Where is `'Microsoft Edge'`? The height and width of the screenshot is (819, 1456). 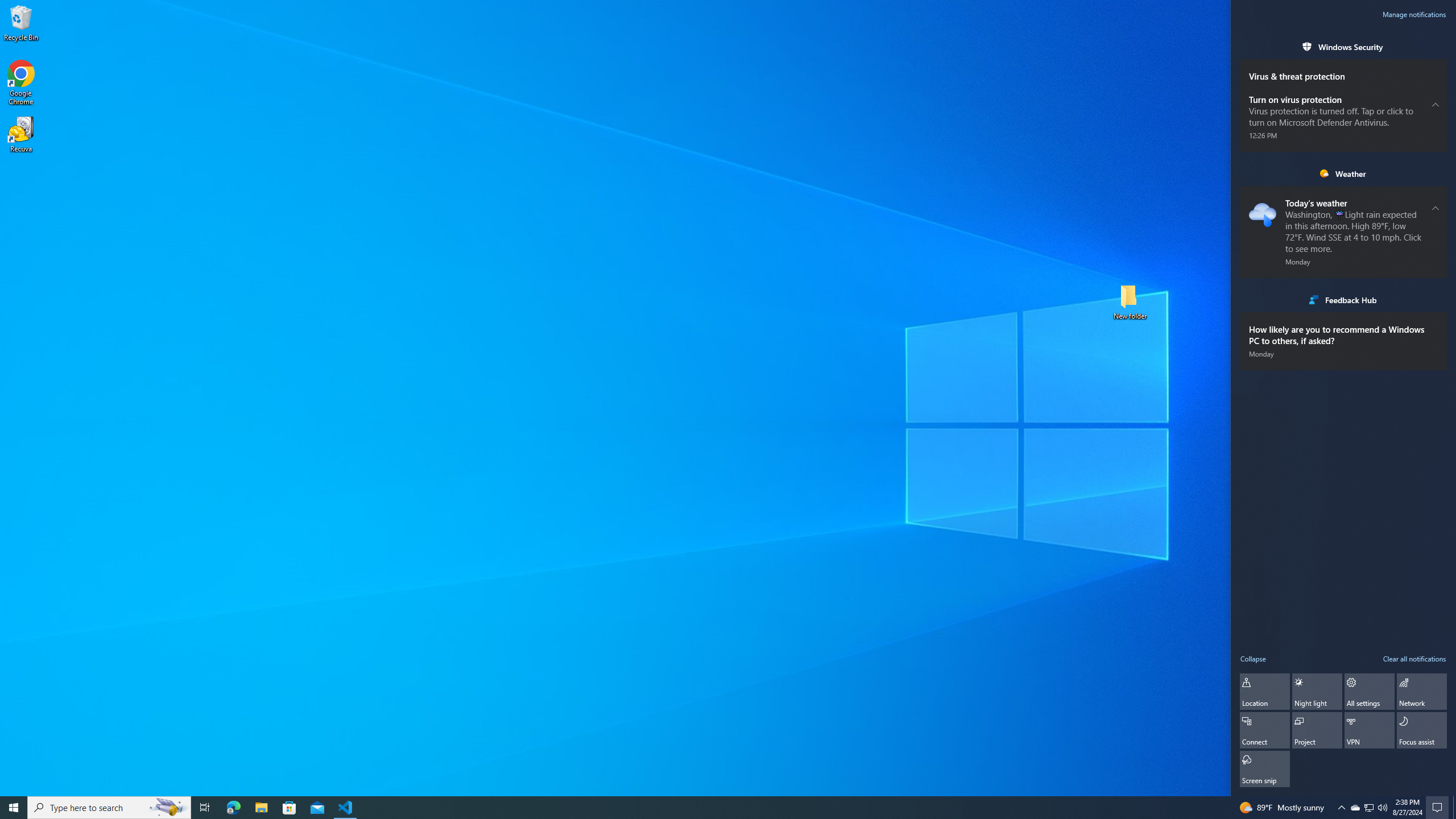
'Microsoft Edge' is located at coordinates (233, 806).